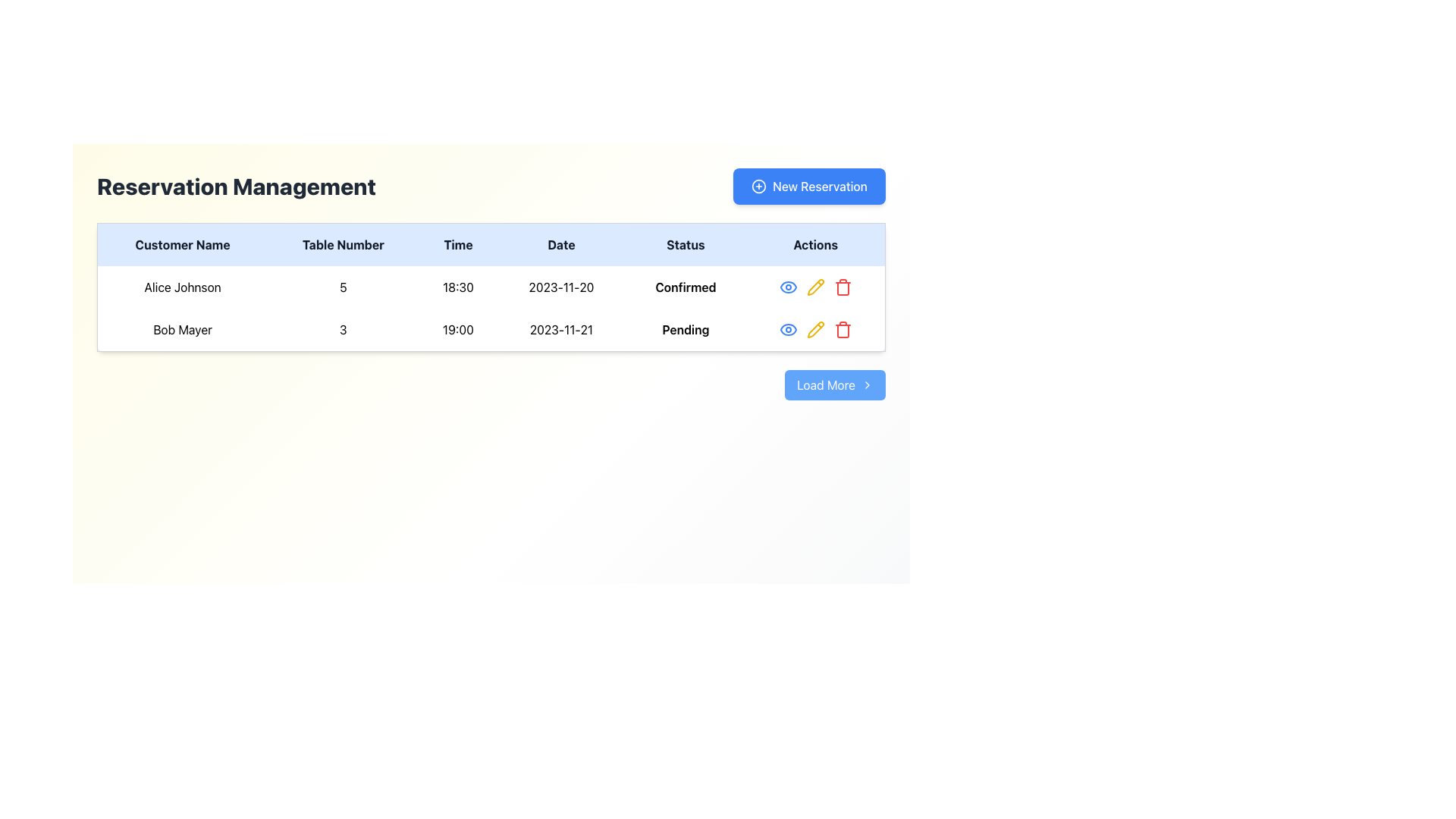  Describe the element at coordinates (788, 287) in the screenshot. I see `the eye-shaped icon with a blue outline located in the 'Actions' column of the second row in the reservation management table` at that location.